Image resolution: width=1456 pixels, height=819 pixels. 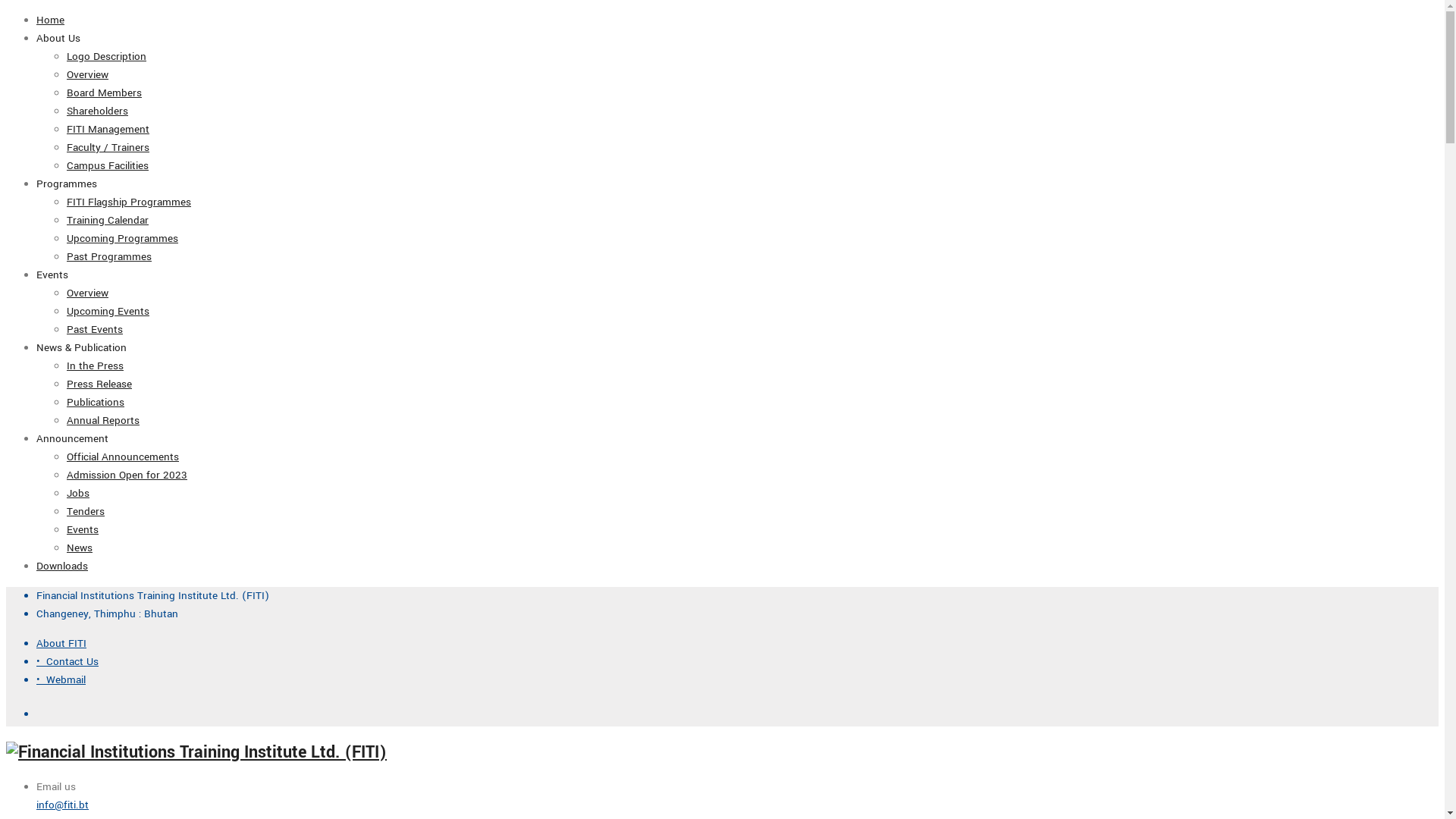 I want to click on 'Upcoming Events', so click(x=65, y=310).